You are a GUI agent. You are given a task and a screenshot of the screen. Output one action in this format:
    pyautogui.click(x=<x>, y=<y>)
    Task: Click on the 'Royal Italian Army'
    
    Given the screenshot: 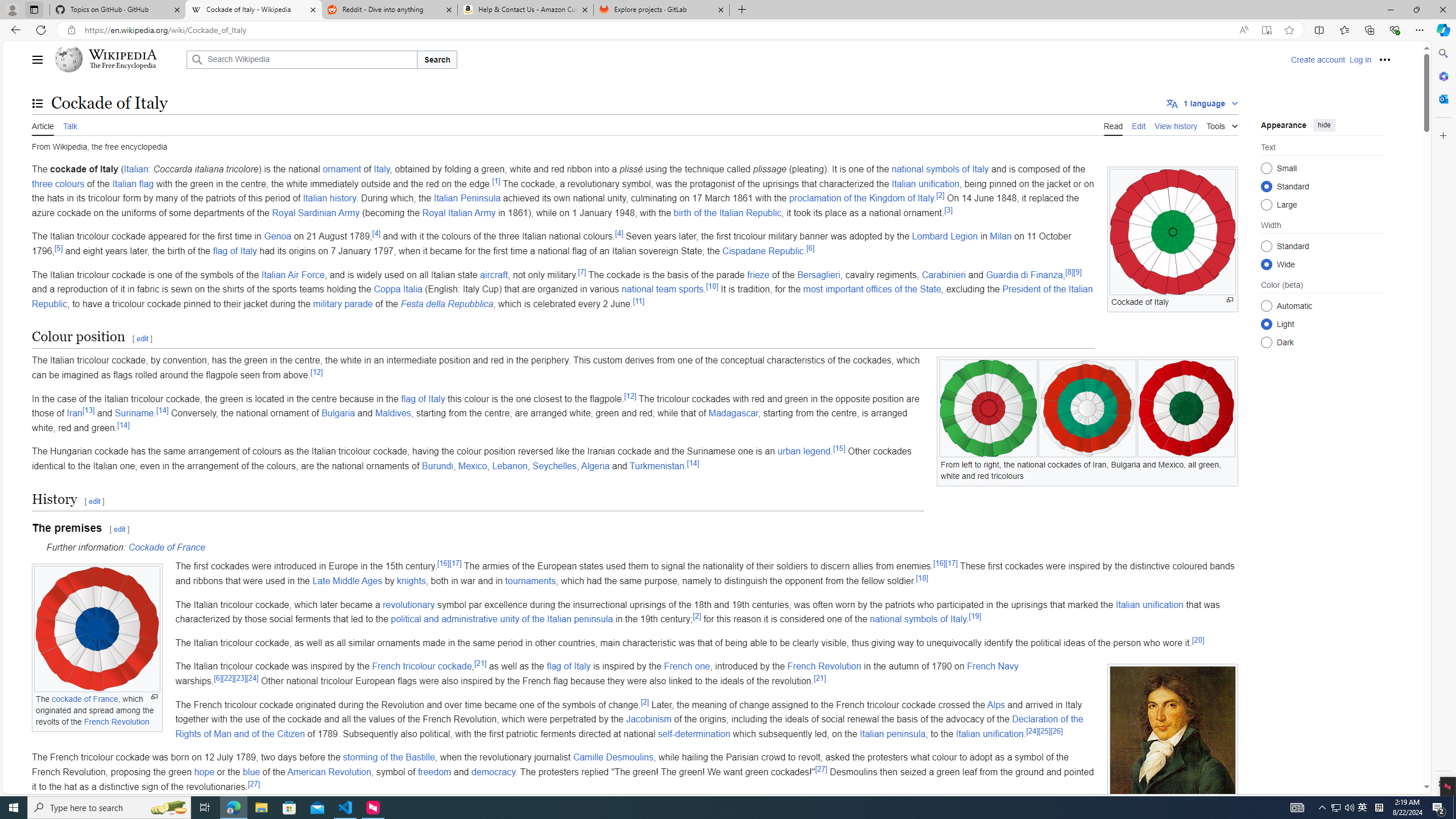 What is the action you would take?
    pyautogui.click(x=459, y=212)
    